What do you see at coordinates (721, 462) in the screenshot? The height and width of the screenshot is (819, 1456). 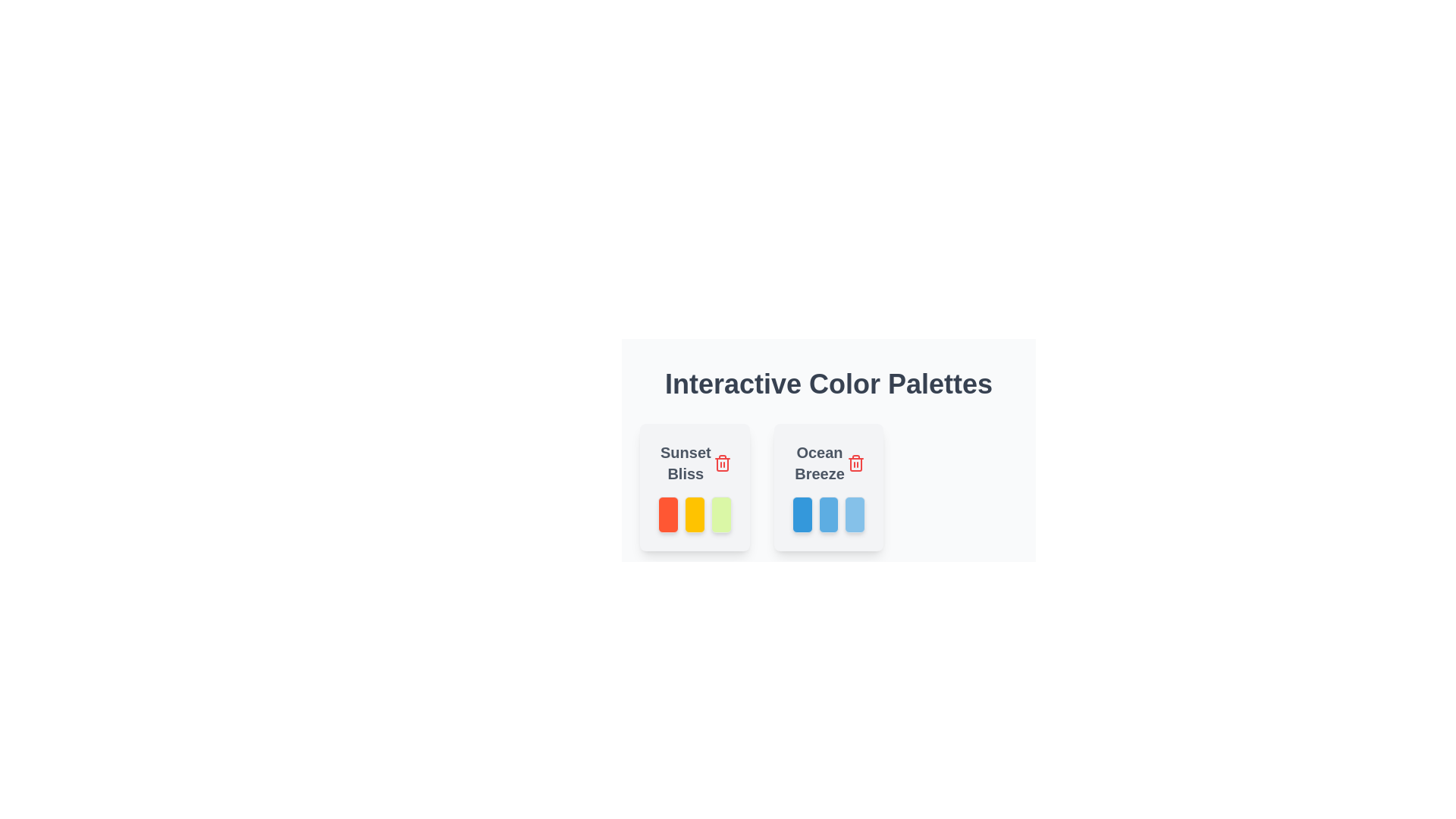 I see `the delete button located at the upper-right corner of the 'Sunset Bliss' color palette card` at bounding box center [721, 462].